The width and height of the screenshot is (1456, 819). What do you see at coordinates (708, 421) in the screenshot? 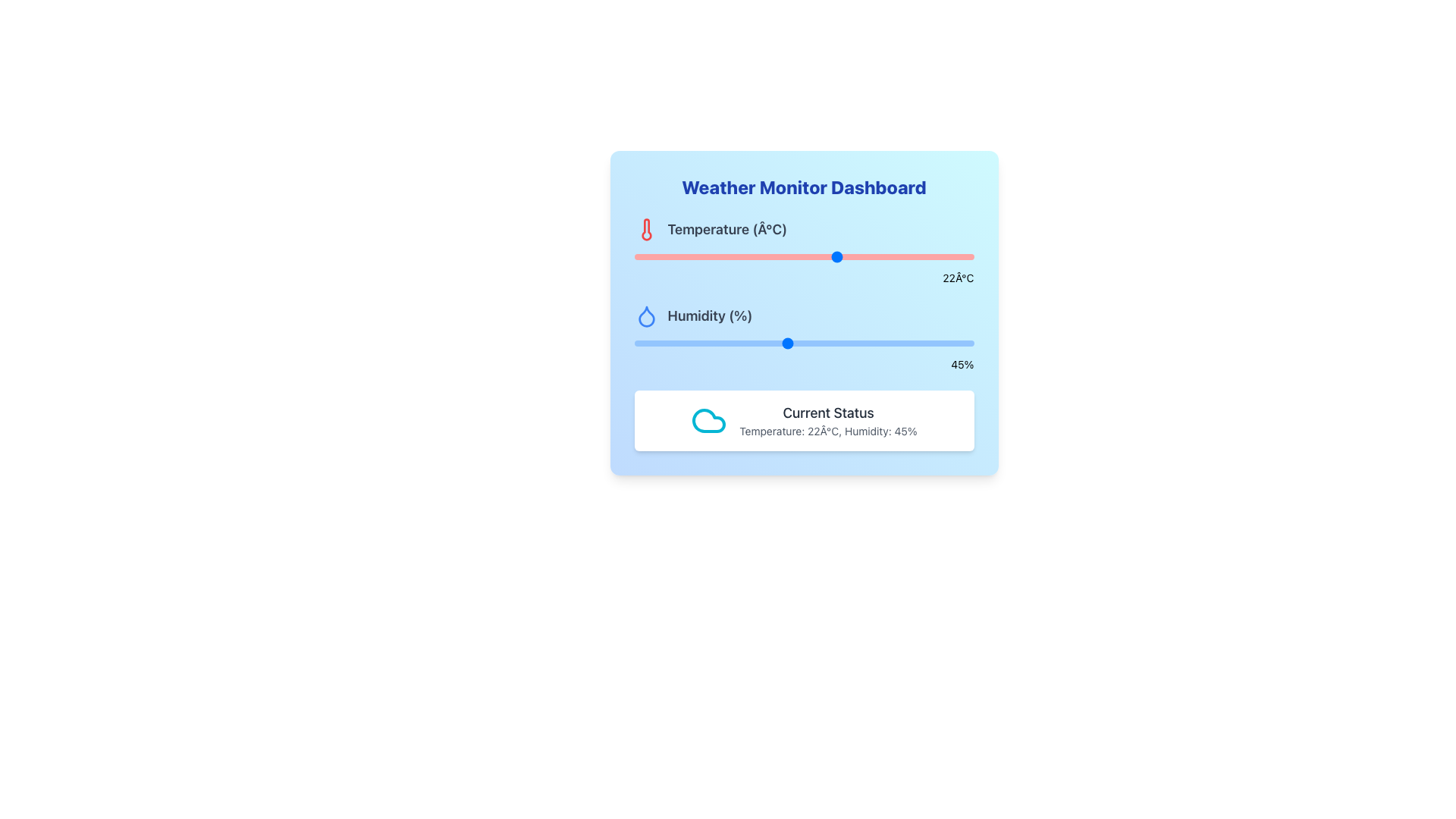
I see `the weather icon located at the bottom of the dashboard next to the label 'Current Status'` at bounding box center [708, 421].